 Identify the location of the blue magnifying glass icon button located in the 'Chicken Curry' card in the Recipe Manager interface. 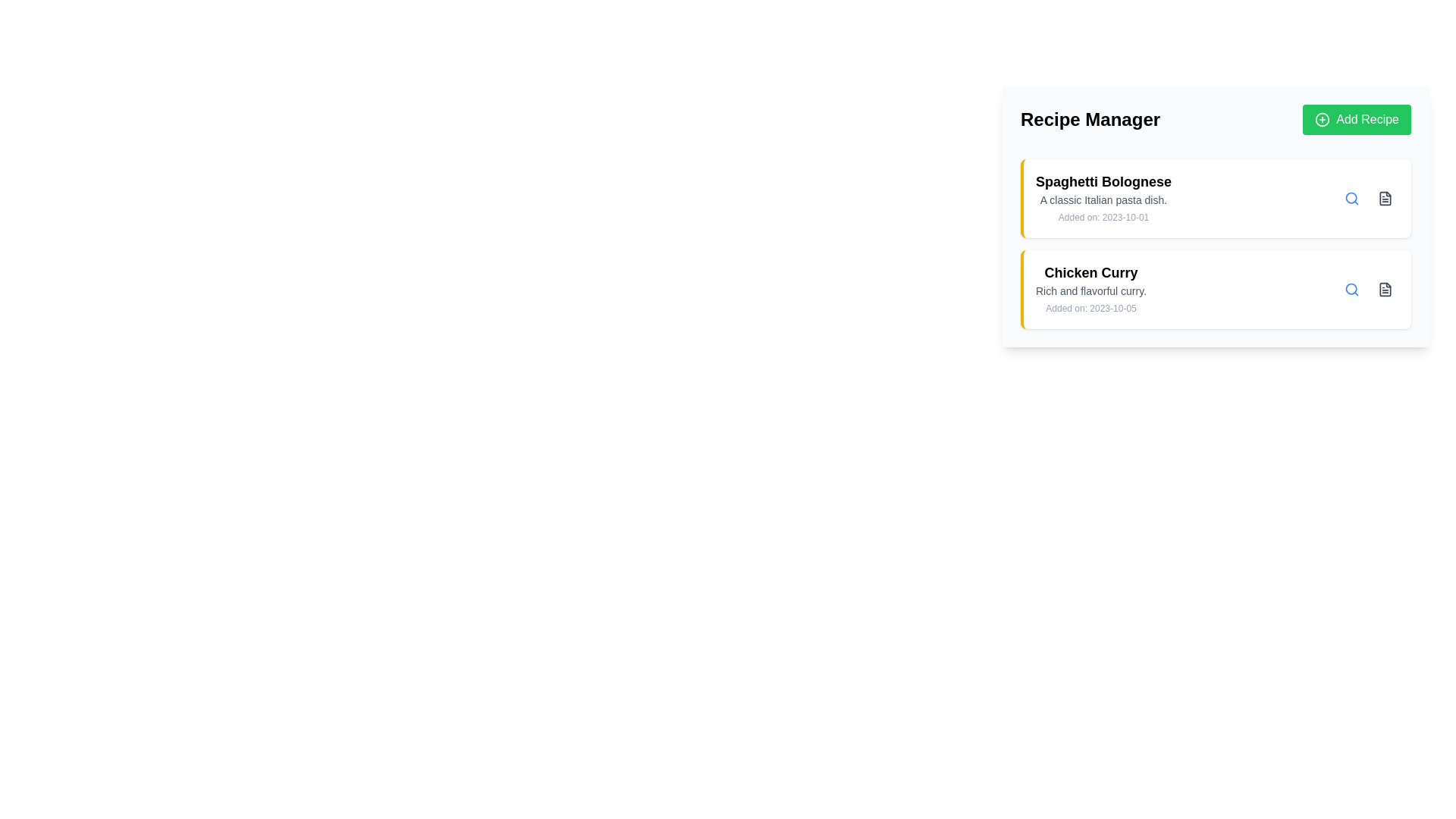
(1351, 289).